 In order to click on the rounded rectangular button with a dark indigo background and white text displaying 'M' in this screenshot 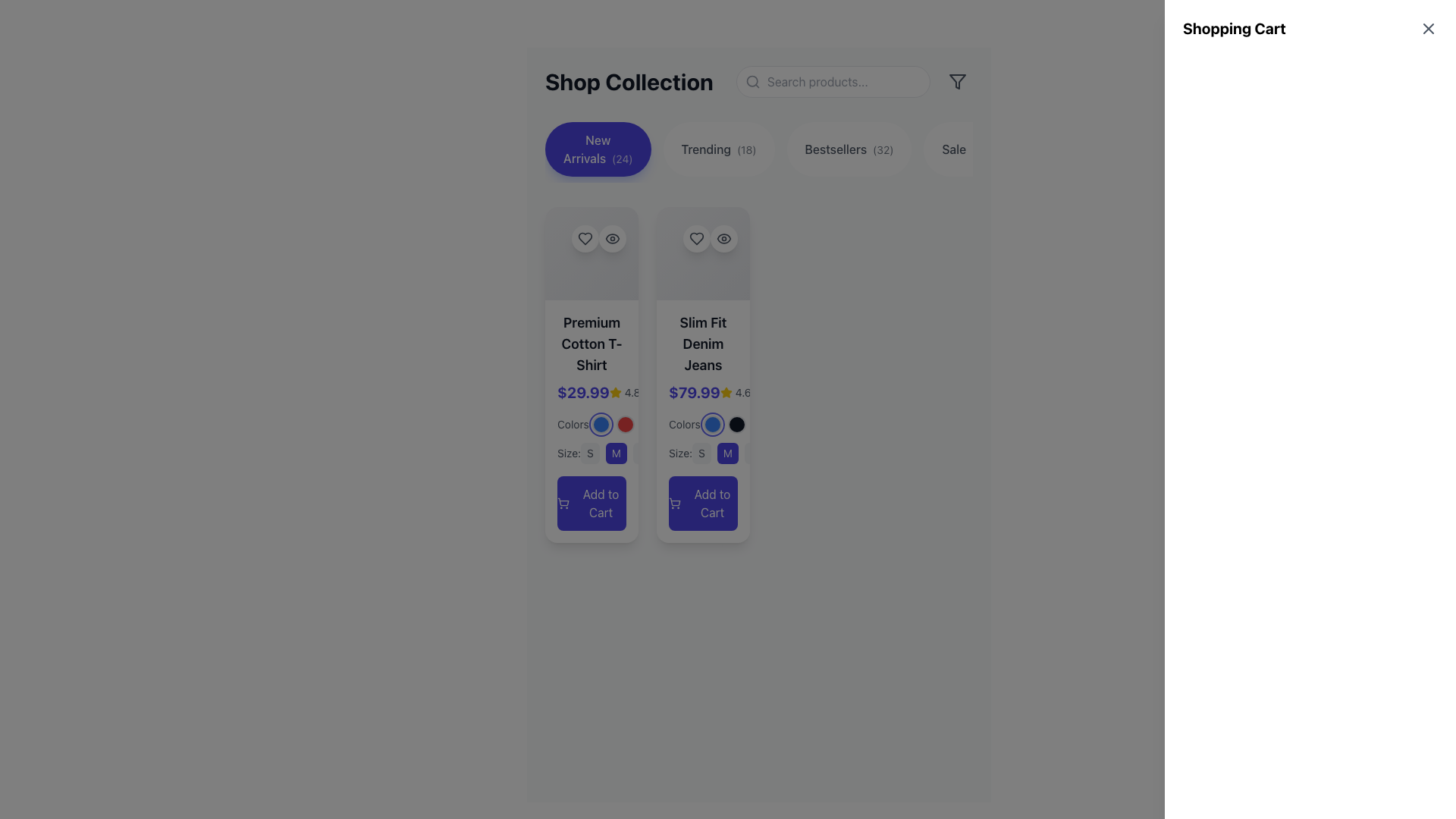, I will do `click(728, 452)`.